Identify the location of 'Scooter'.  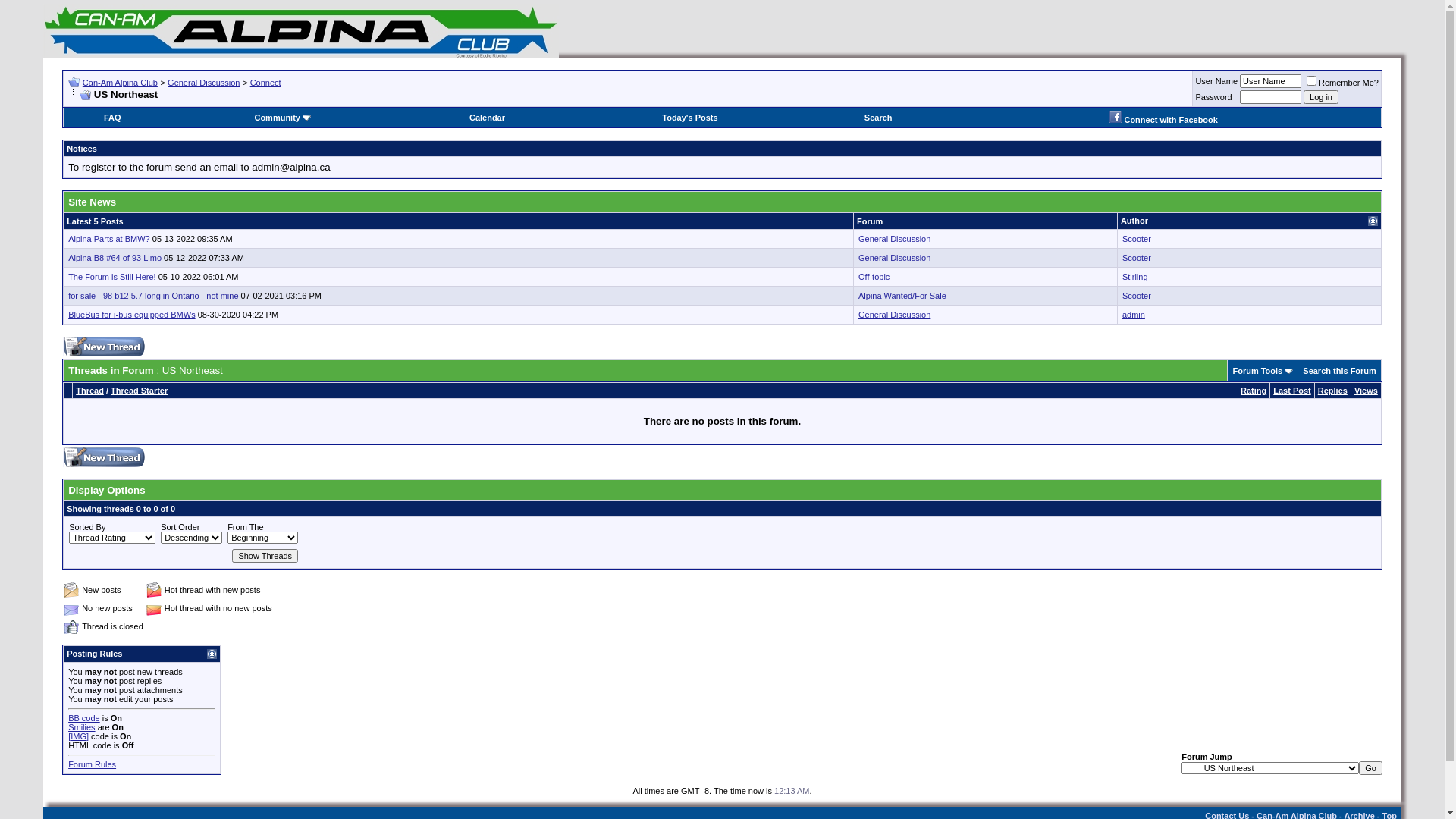
(1136, 256).